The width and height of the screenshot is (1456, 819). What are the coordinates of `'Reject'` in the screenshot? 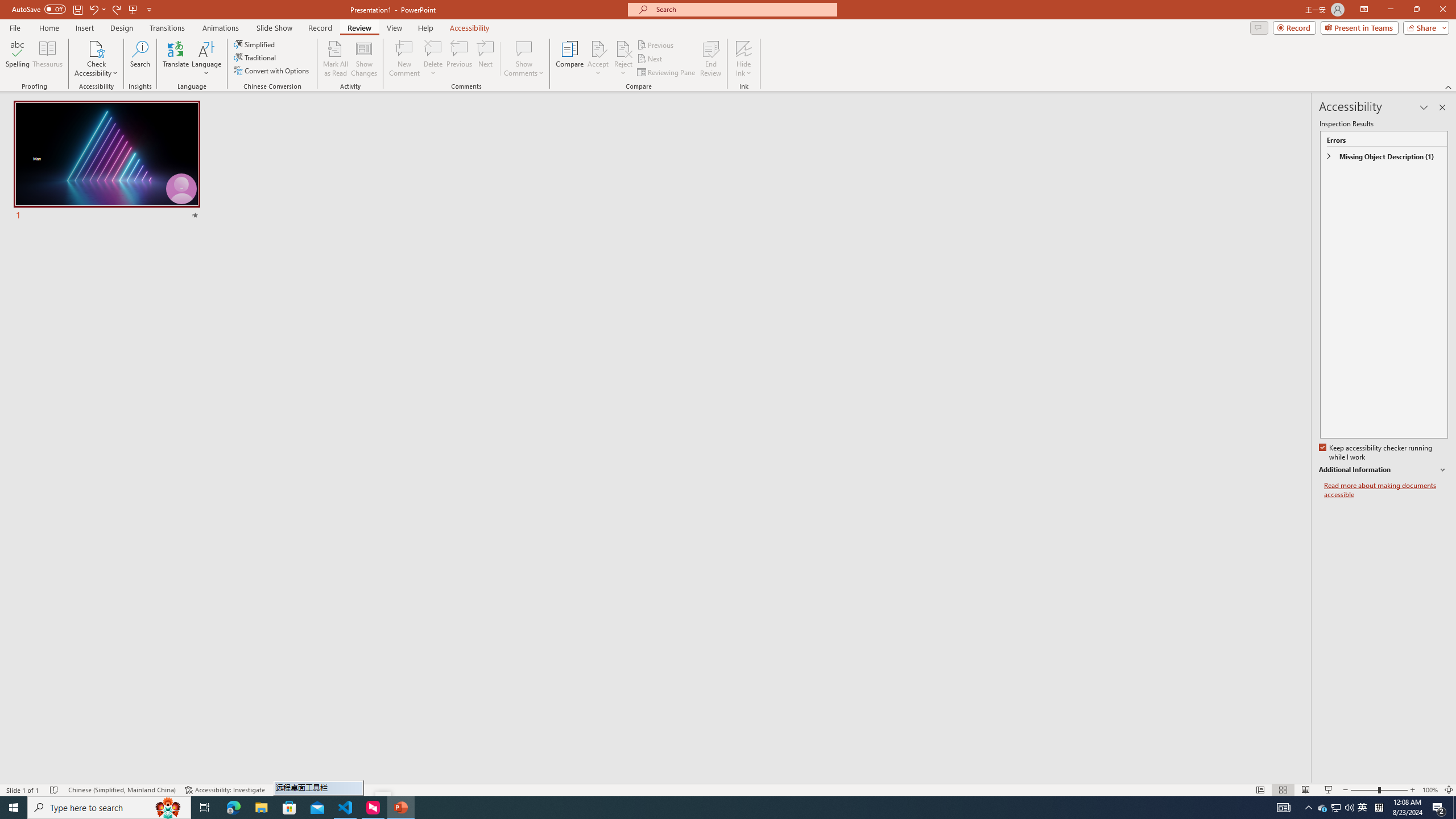 It's located at (622, 59).